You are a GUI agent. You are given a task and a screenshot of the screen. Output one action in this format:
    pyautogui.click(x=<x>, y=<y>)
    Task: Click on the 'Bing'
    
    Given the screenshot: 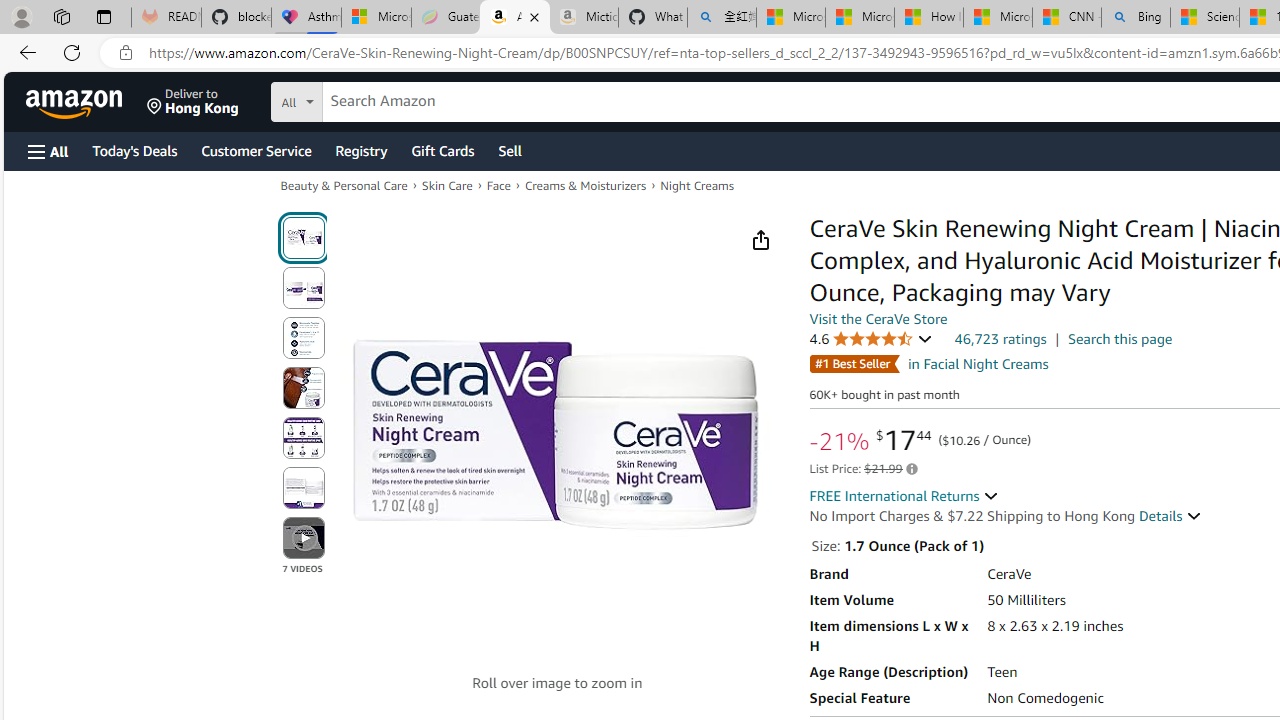 What is the action you would take?
    pyautogui.click(x=1136, y=17)
    